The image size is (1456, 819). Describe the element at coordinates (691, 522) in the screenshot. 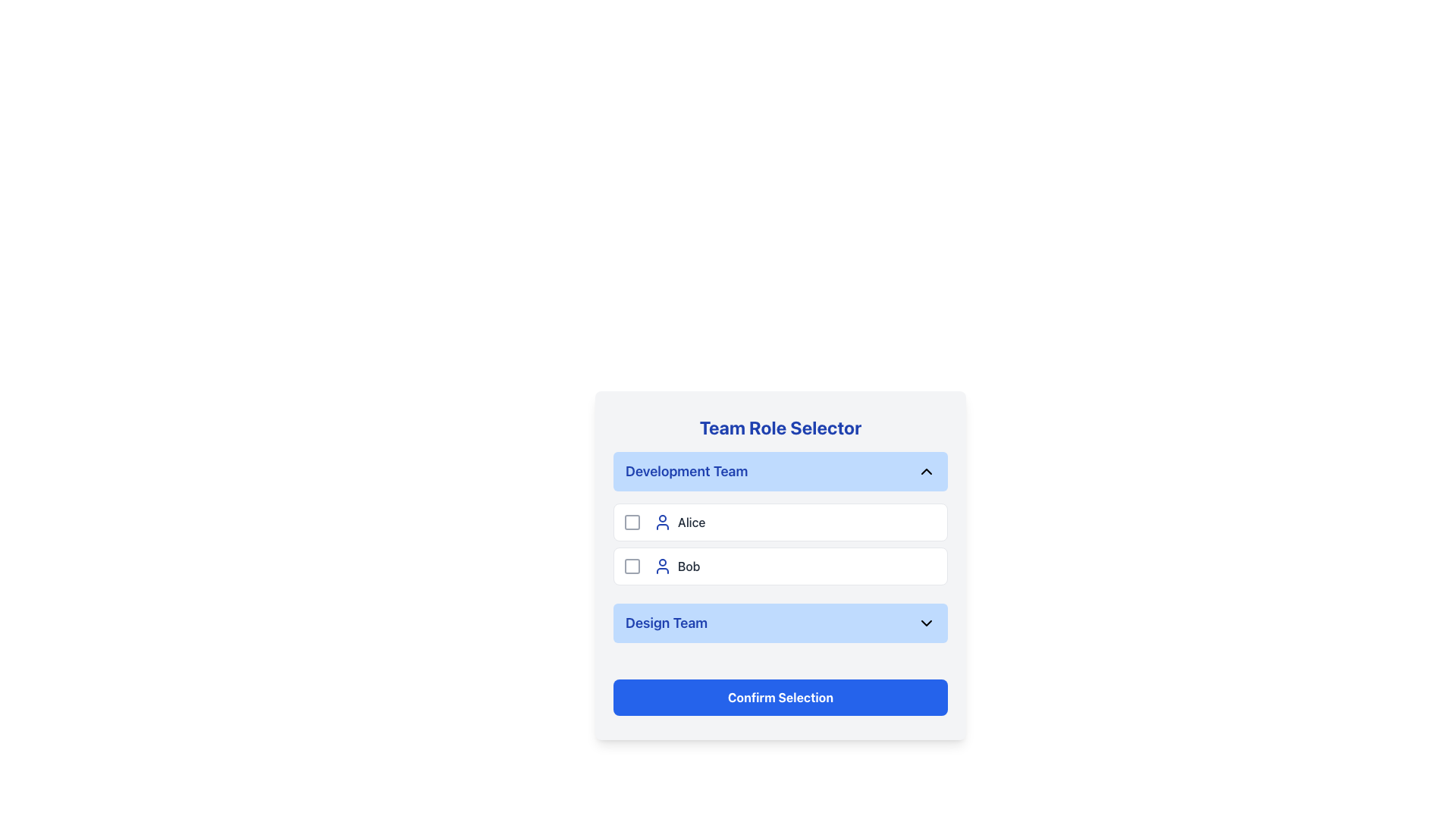

I see `the text label displaying the name 'Alice' in the 'Development Team' section, which is aligned to the right of an avatar icon and a checkbox` at that location.